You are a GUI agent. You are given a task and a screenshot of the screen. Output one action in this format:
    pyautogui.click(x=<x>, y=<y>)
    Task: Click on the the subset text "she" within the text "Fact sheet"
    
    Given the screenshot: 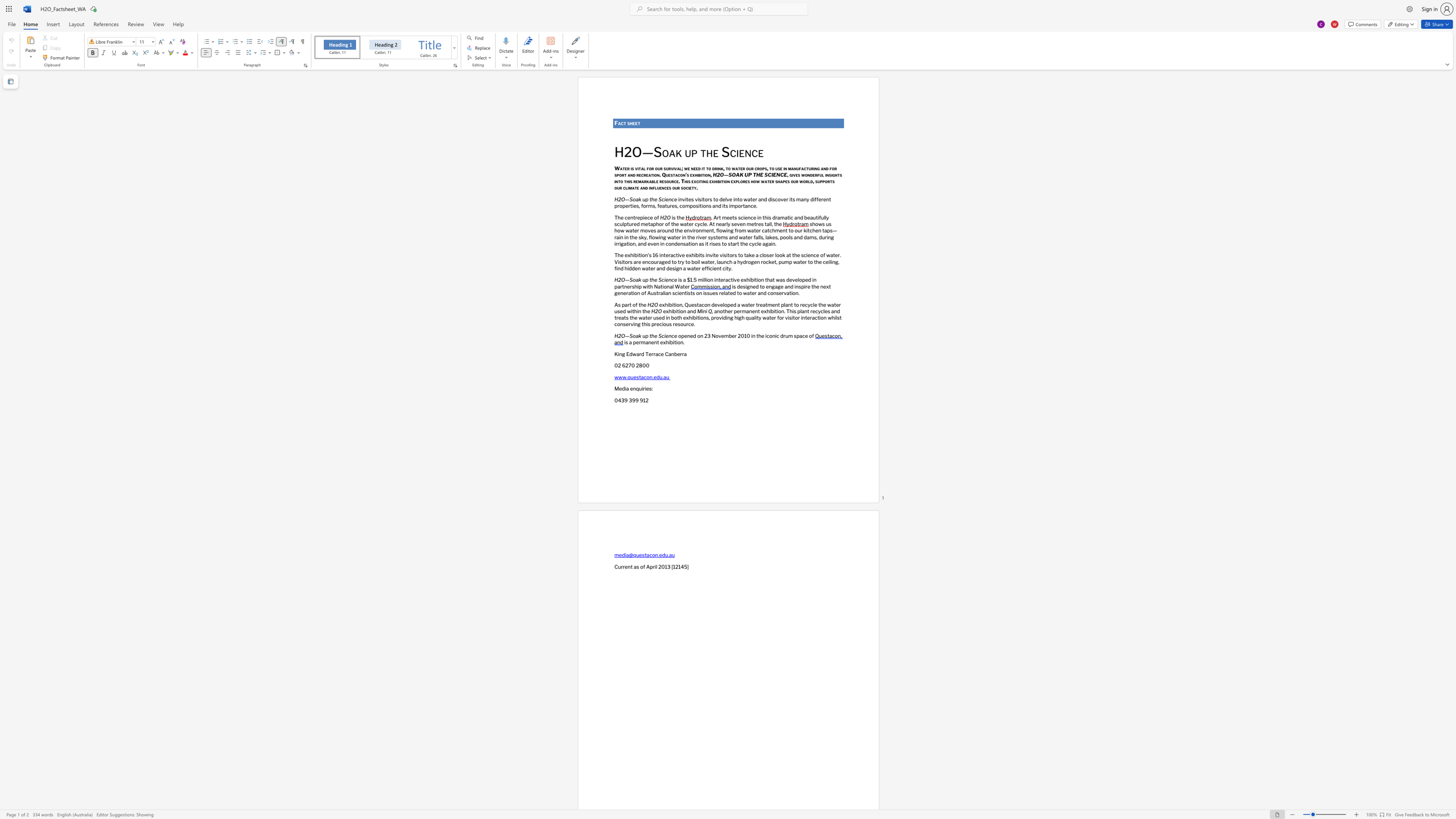 What is the action you would take?
    pyautogui.click(x=627, y=123)
    